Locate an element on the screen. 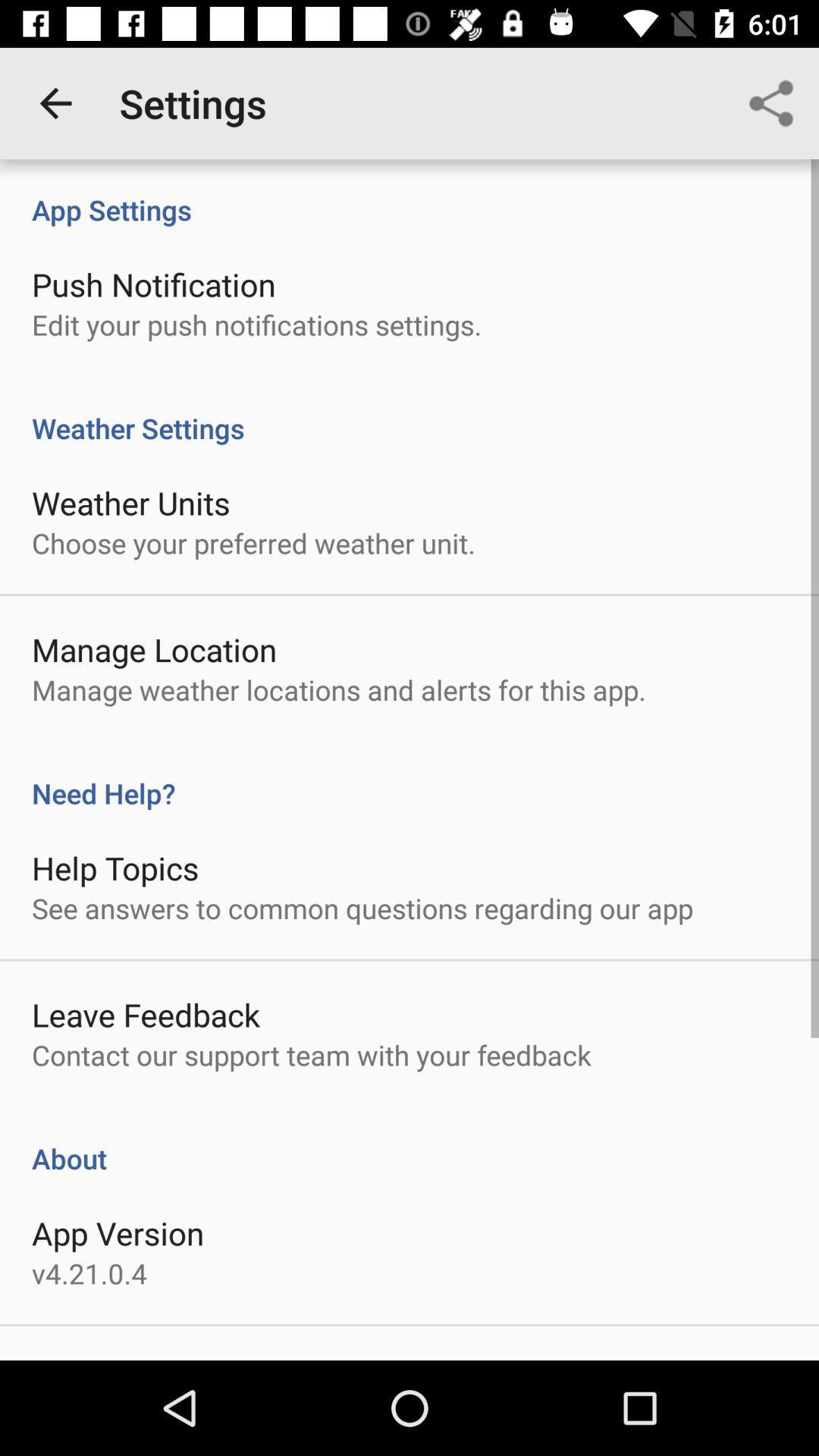 Image resolution: width=819 pixels, height=1456 pixels. the icon above the app settings item is located at coordinates (55, 102).